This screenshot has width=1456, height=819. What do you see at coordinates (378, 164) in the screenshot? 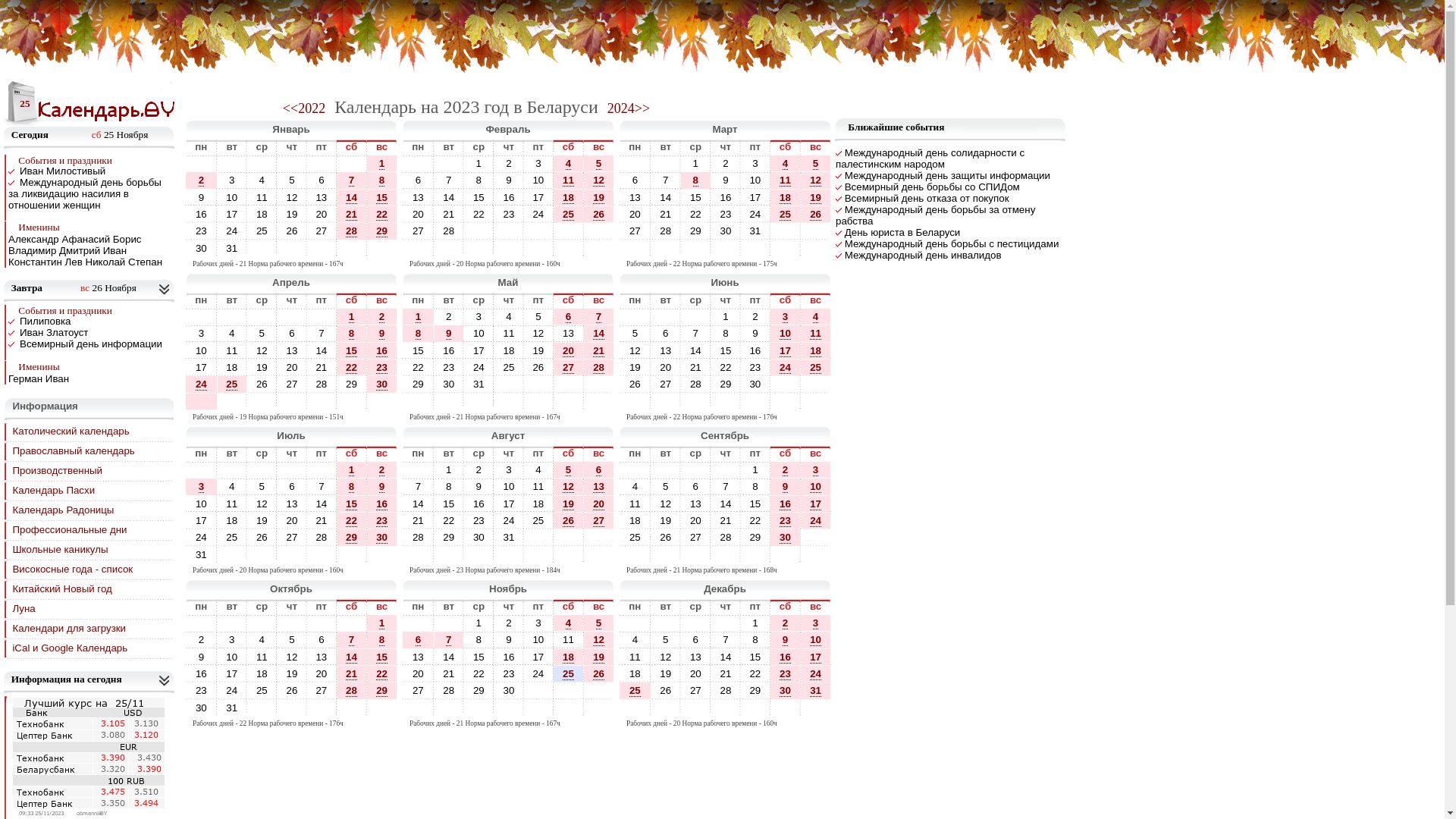
I see `'1'` at bounding box center [378, 164].